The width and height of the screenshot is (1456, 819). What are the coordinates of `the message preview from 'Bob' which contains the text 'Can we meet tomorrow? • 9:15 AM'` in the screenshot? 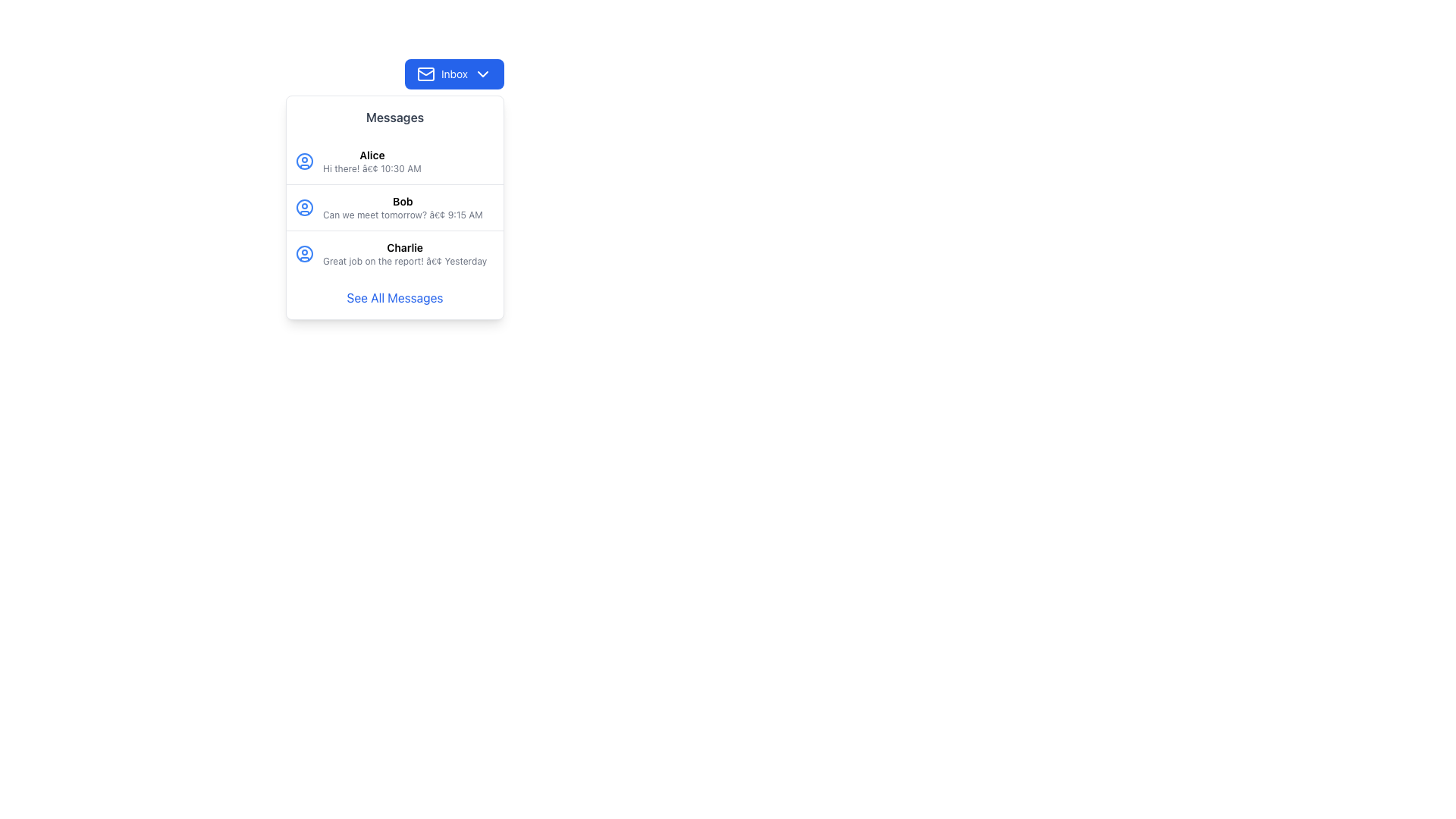 It's located at (395, 207).